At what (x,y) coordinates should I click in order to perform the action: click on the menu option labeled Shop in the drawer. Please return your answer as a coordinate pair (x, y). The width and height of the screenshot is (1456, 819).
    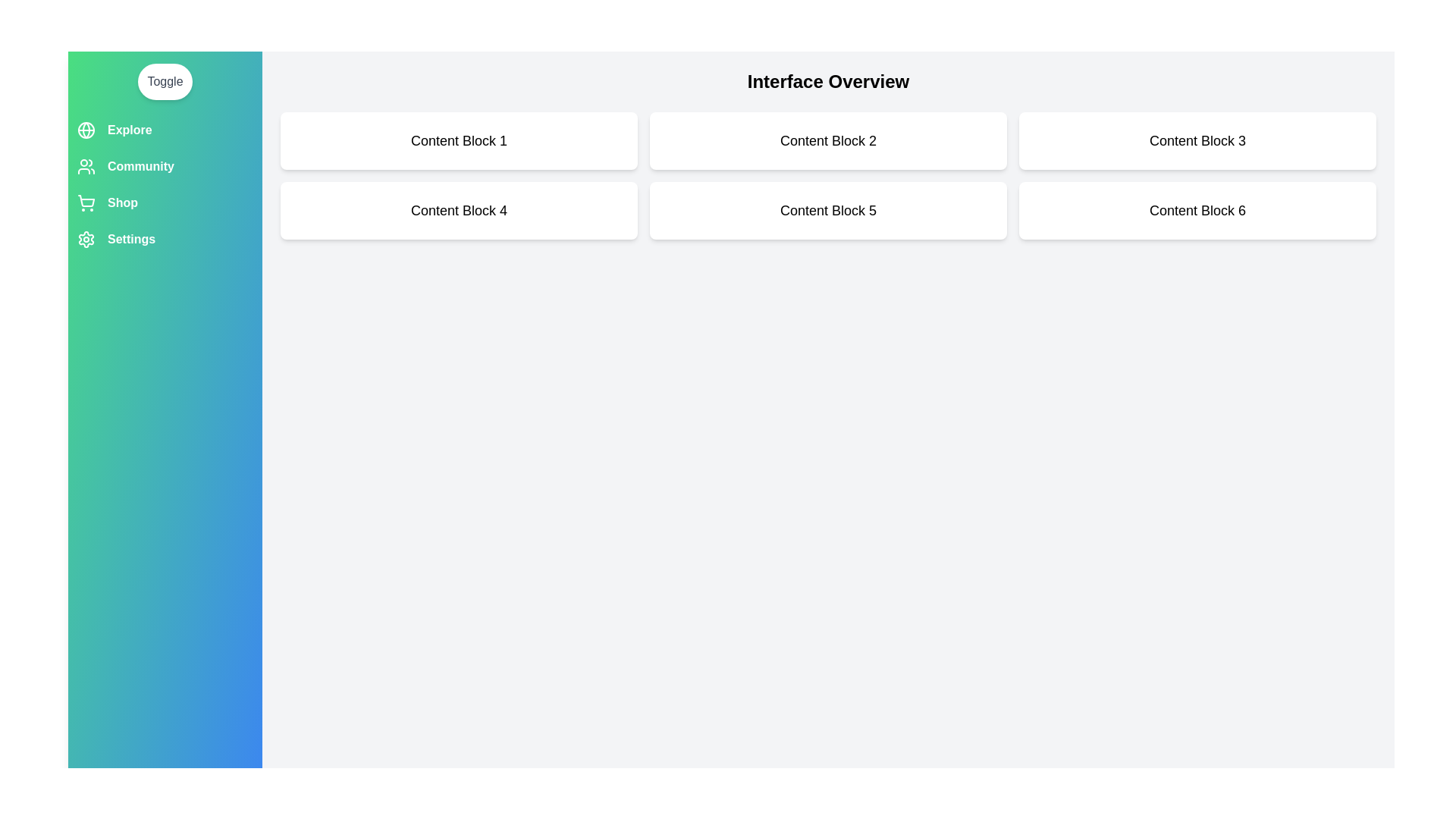
    Looking at the image, I should click on (165, 202).